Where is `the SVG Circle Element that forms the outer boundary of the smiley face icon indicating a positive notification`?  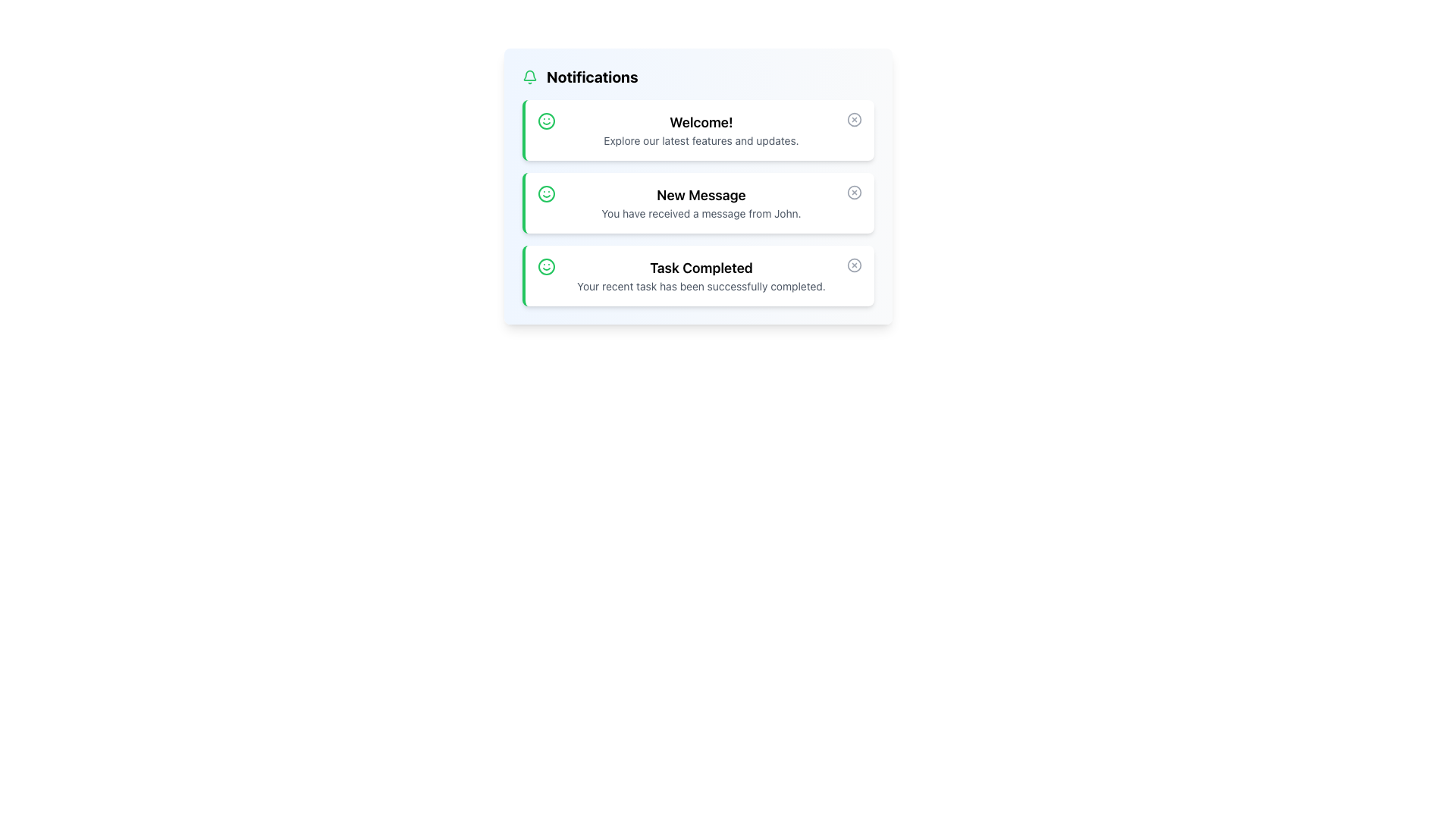 the SVG Circle Element that forms the outer boundary of the smiley face icon indicating a positive notification is located at coordinates (546, 265).